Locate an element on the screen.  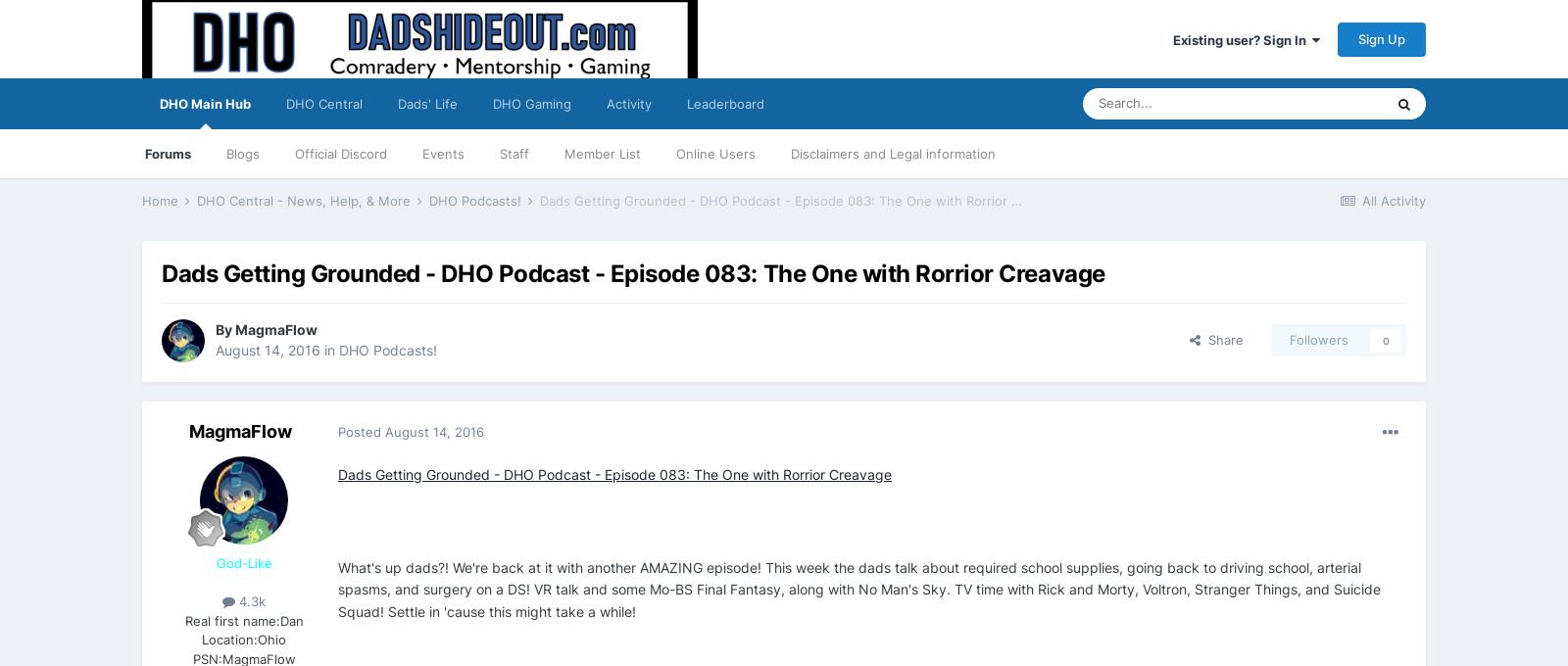
'By' is located at coordinates (224, 328).